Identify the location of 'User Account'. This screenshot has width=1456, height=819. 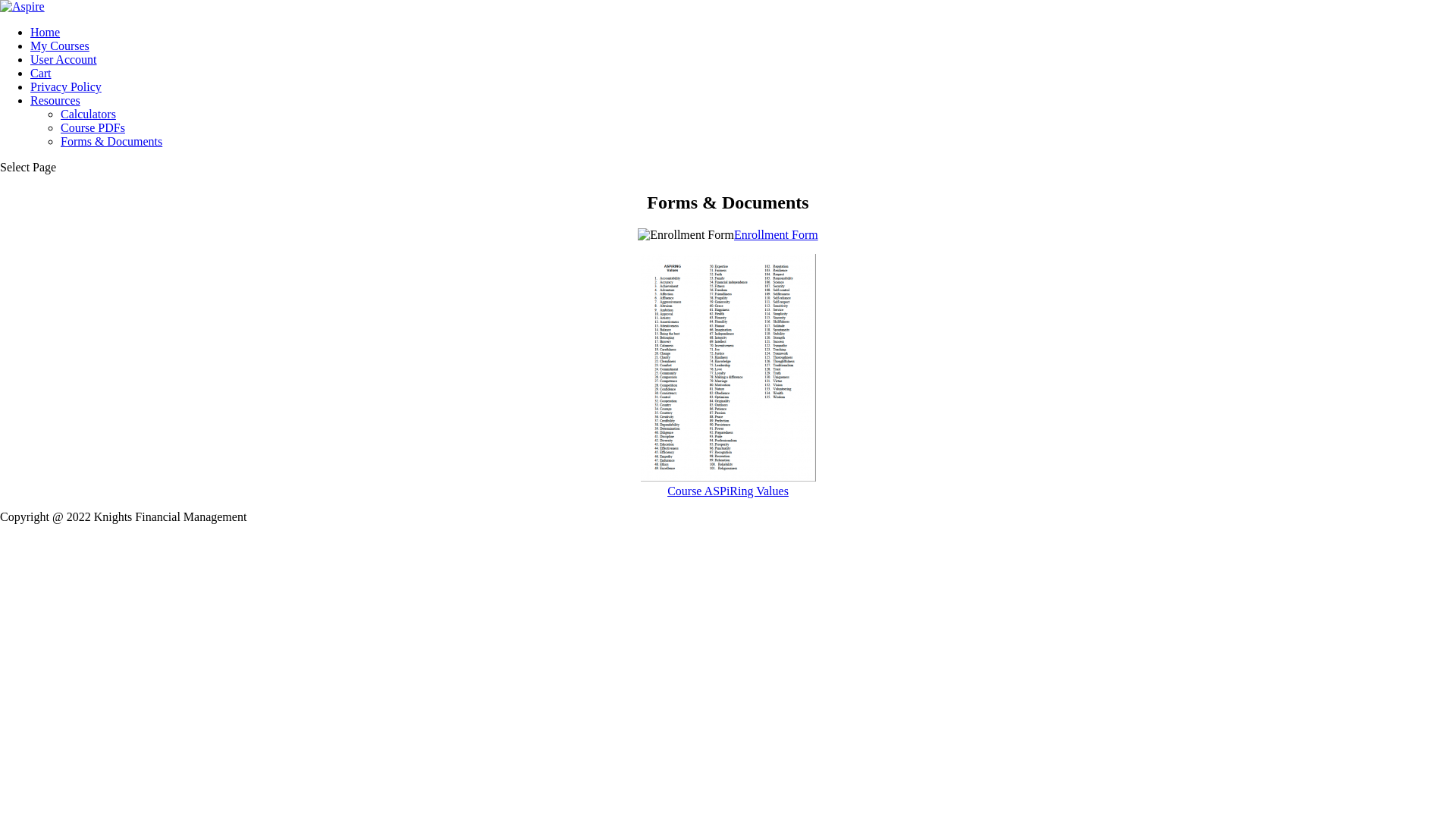
(62, 58).